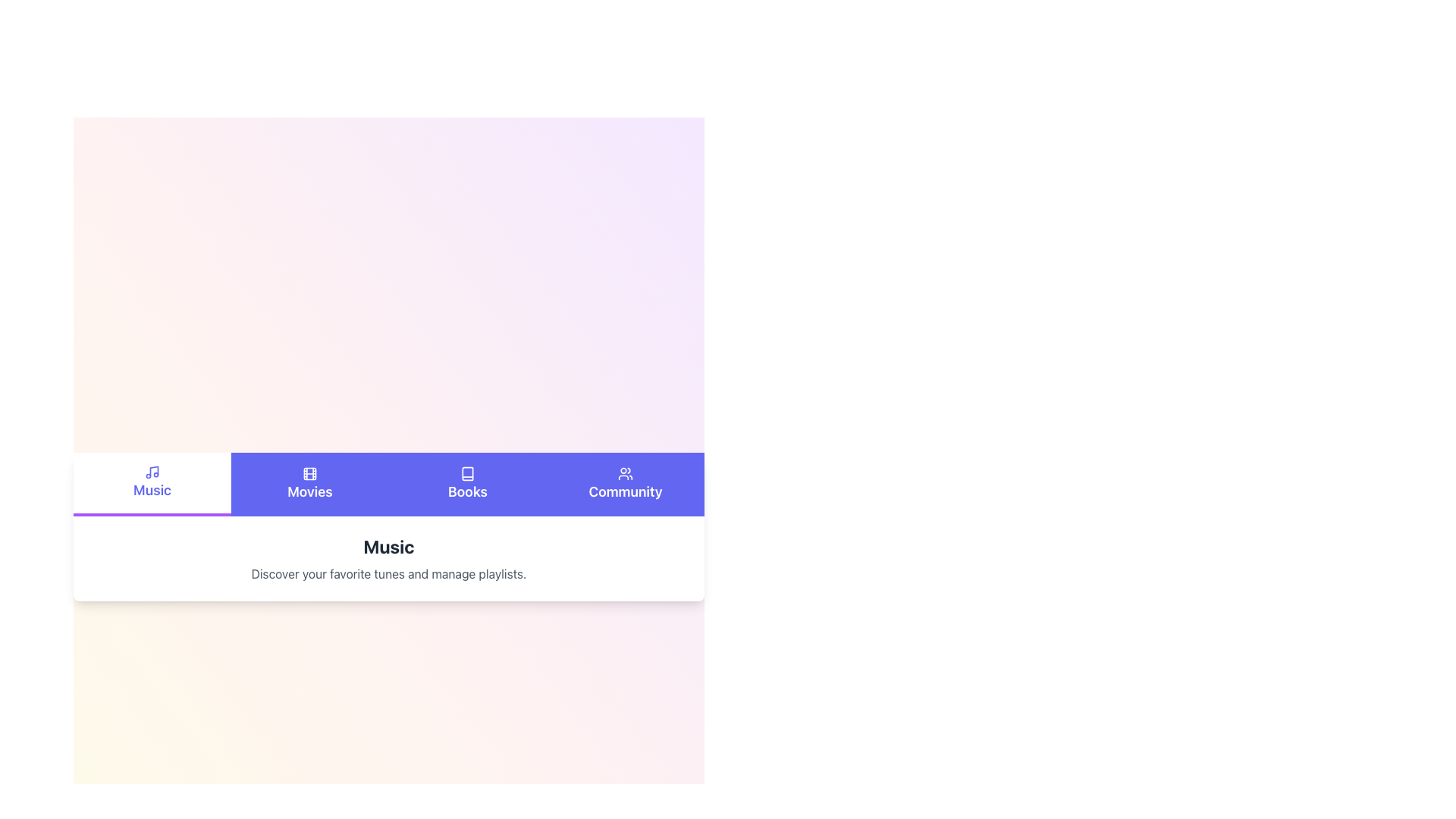 This screenshot has height=819, width=1456. What do you see at coordinates (389, 573) in the screenshot?
I see `descriptive text block located below the bold 'Music' text, which summarizes the features of the Music section` at bounding box center [389, 573].